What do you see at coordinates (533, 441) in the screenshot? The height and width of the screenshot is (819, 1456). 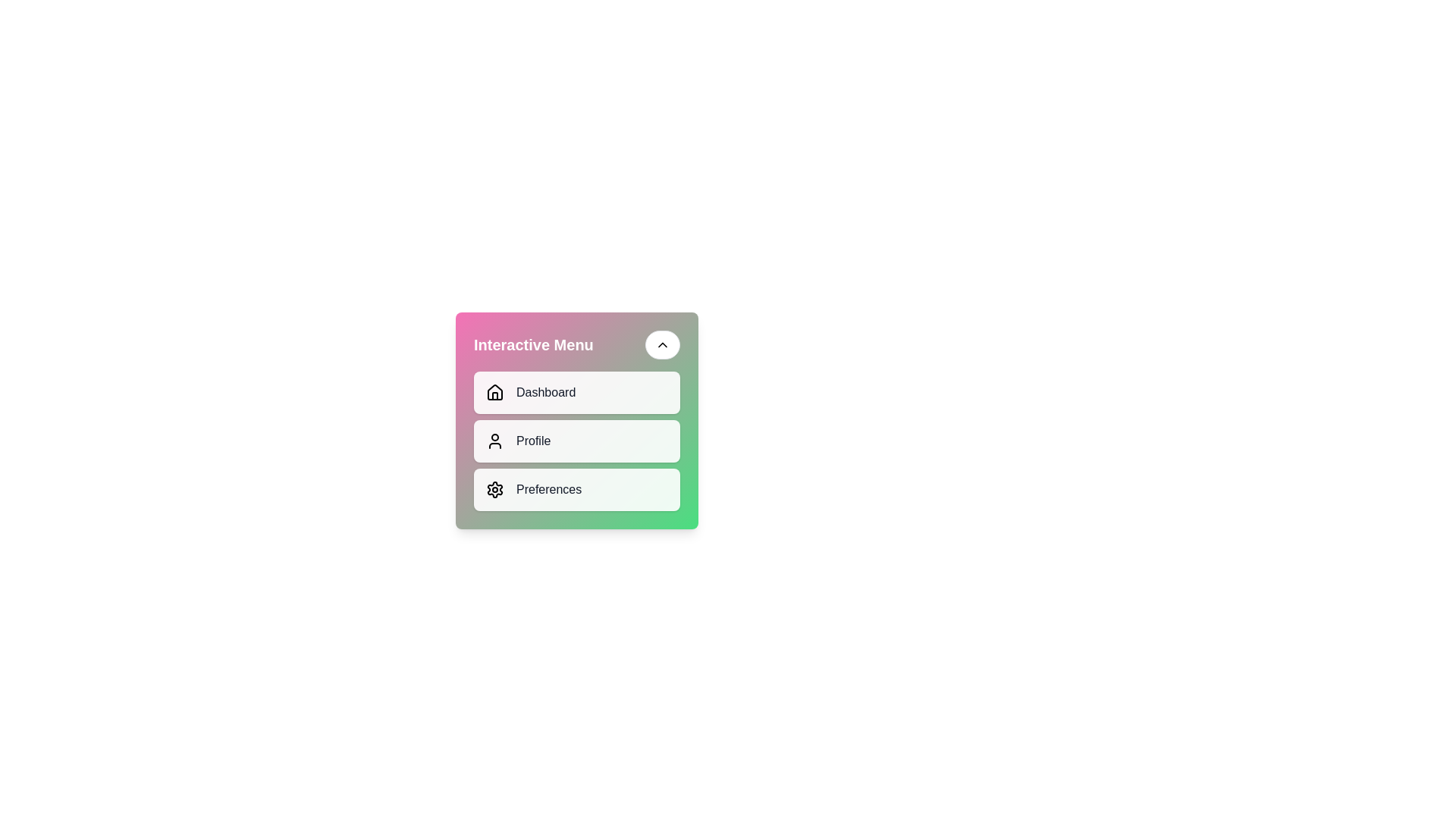 I see `the 'Profile' text label, which is styled in medium dark gray font and located next to a user silhouette icon in the second segment of the interactive menu` at bounding box center [533, 441].